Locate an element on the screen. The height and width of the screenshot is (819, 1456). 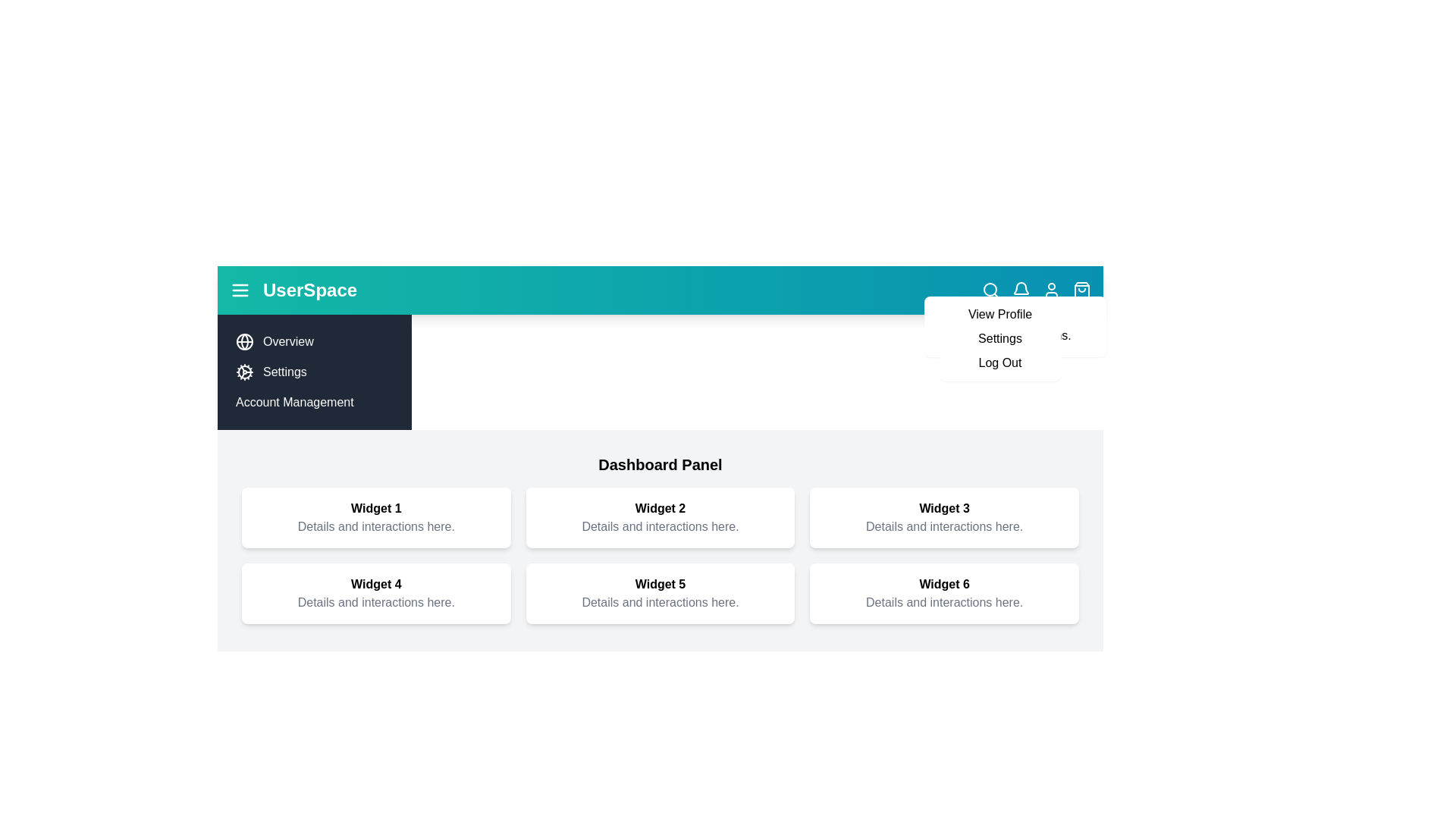
the bell-shaped notification icon located in the top-right navigation bar is located at coordinates (1021, 290).